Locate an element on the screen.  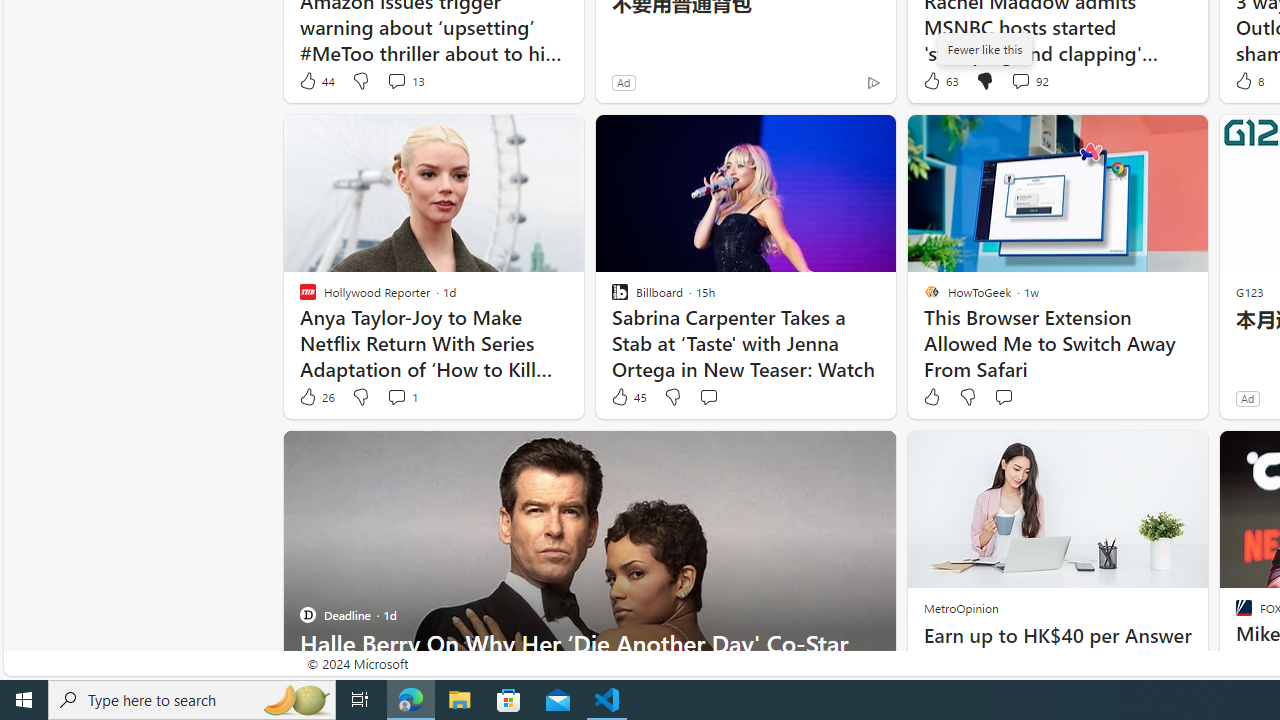
'Ad' is located at coordinates (1246, 398).